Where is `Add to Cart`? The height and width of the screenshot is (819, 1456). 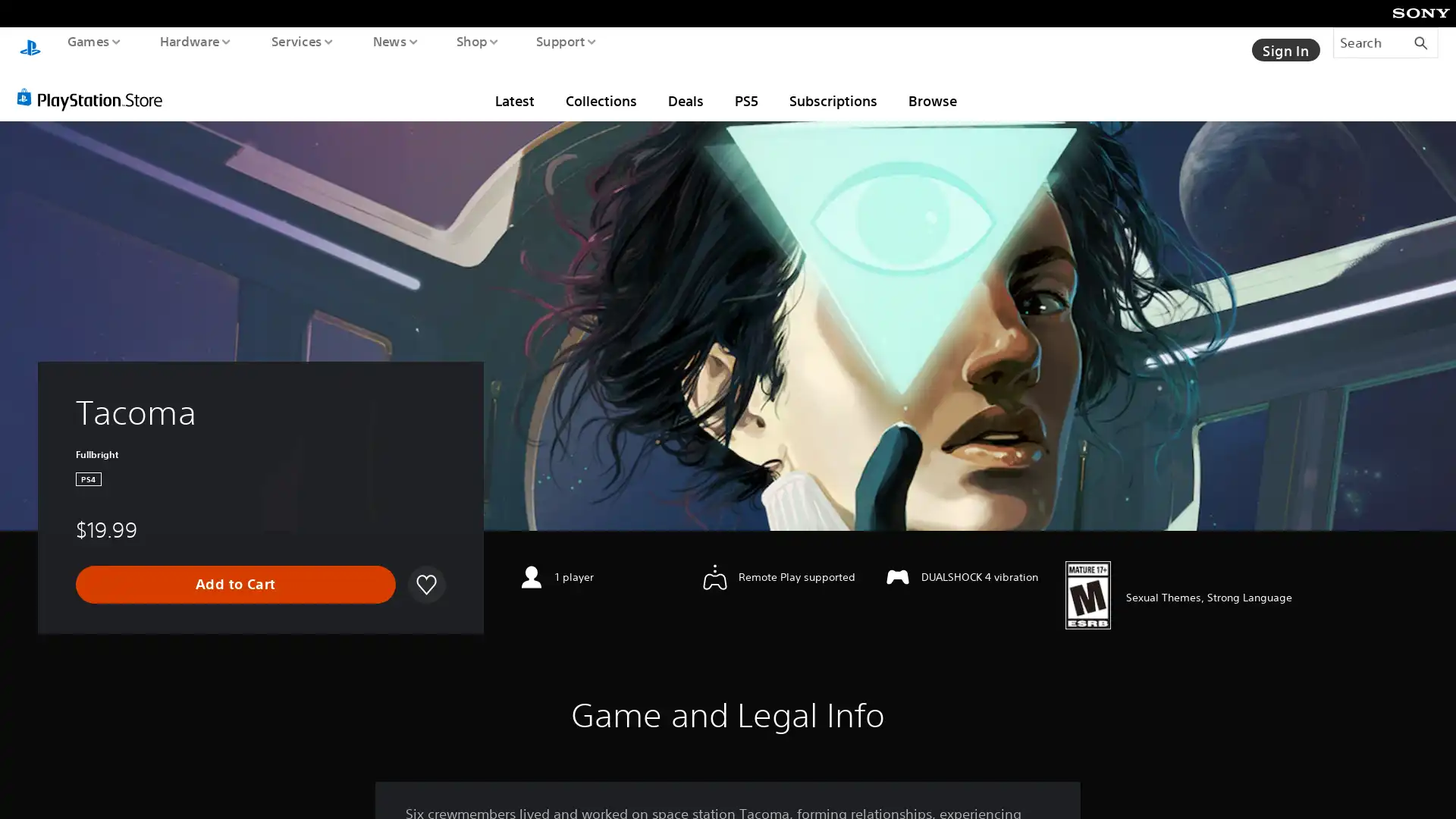
Add to Cart is located at coordinates (235, 570).